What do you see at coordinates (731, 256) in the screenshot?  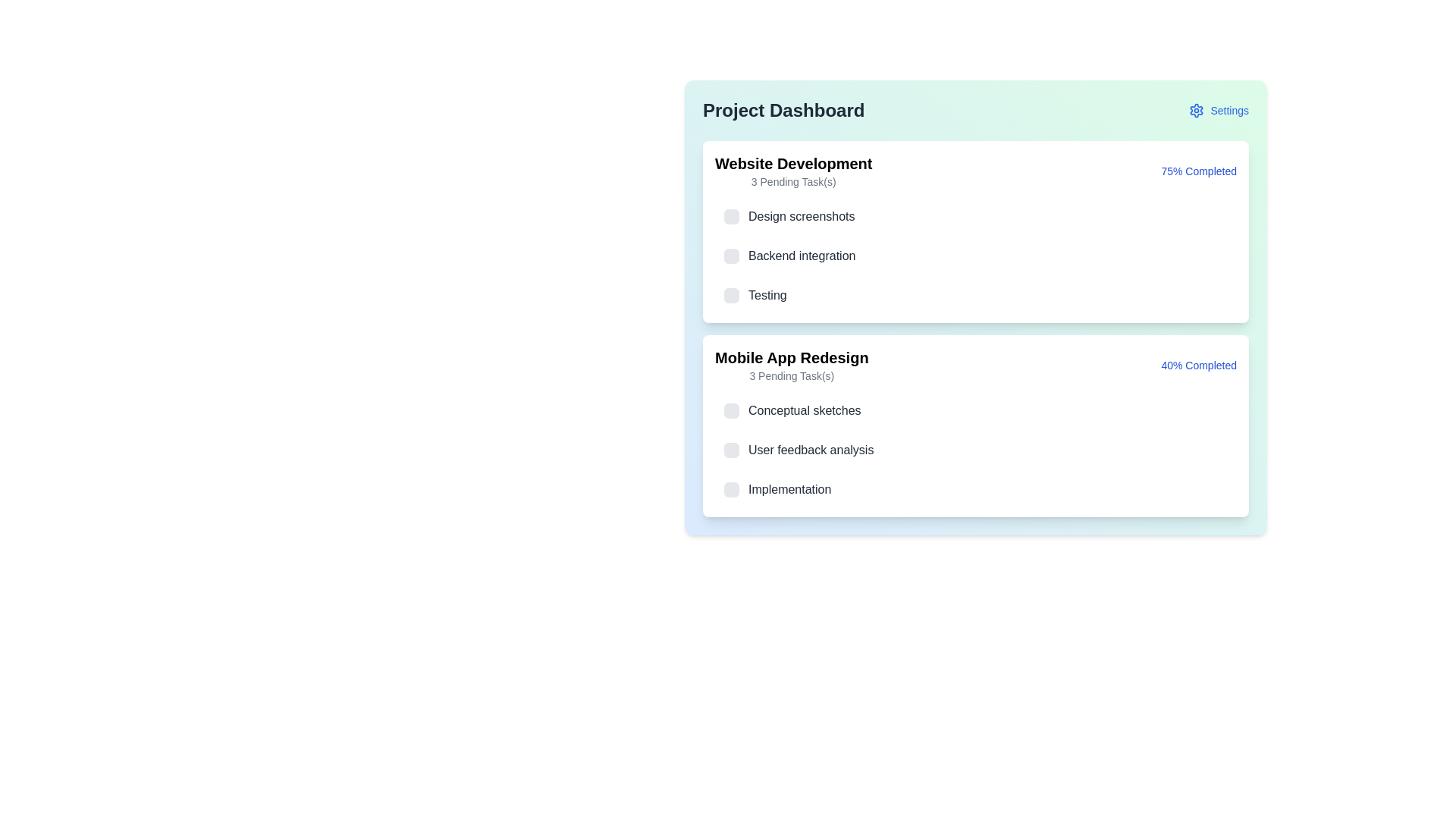 I see `the small, square-shaped checkbox with a light gray background and thin border that is positioned to the left of the 'Backend integration' label in the 'Website Development' section of the Project Dashboard` at bounding box center [731, 256].